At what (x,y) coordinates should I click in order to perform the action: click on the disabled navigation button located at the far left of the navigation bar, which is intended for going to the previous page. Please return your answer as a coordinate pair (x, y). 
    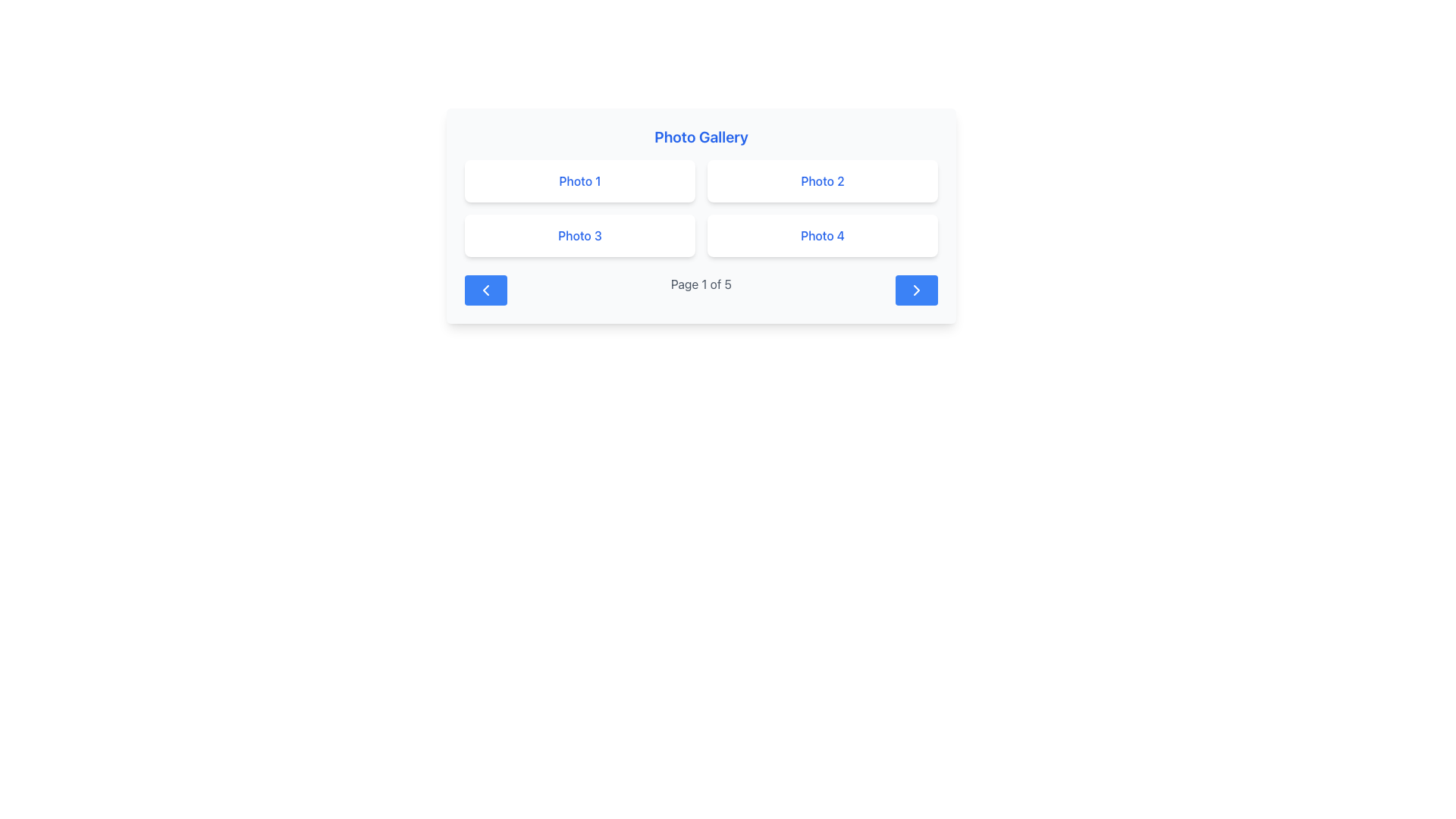
    Looking at the image, I should click on (486, 290).